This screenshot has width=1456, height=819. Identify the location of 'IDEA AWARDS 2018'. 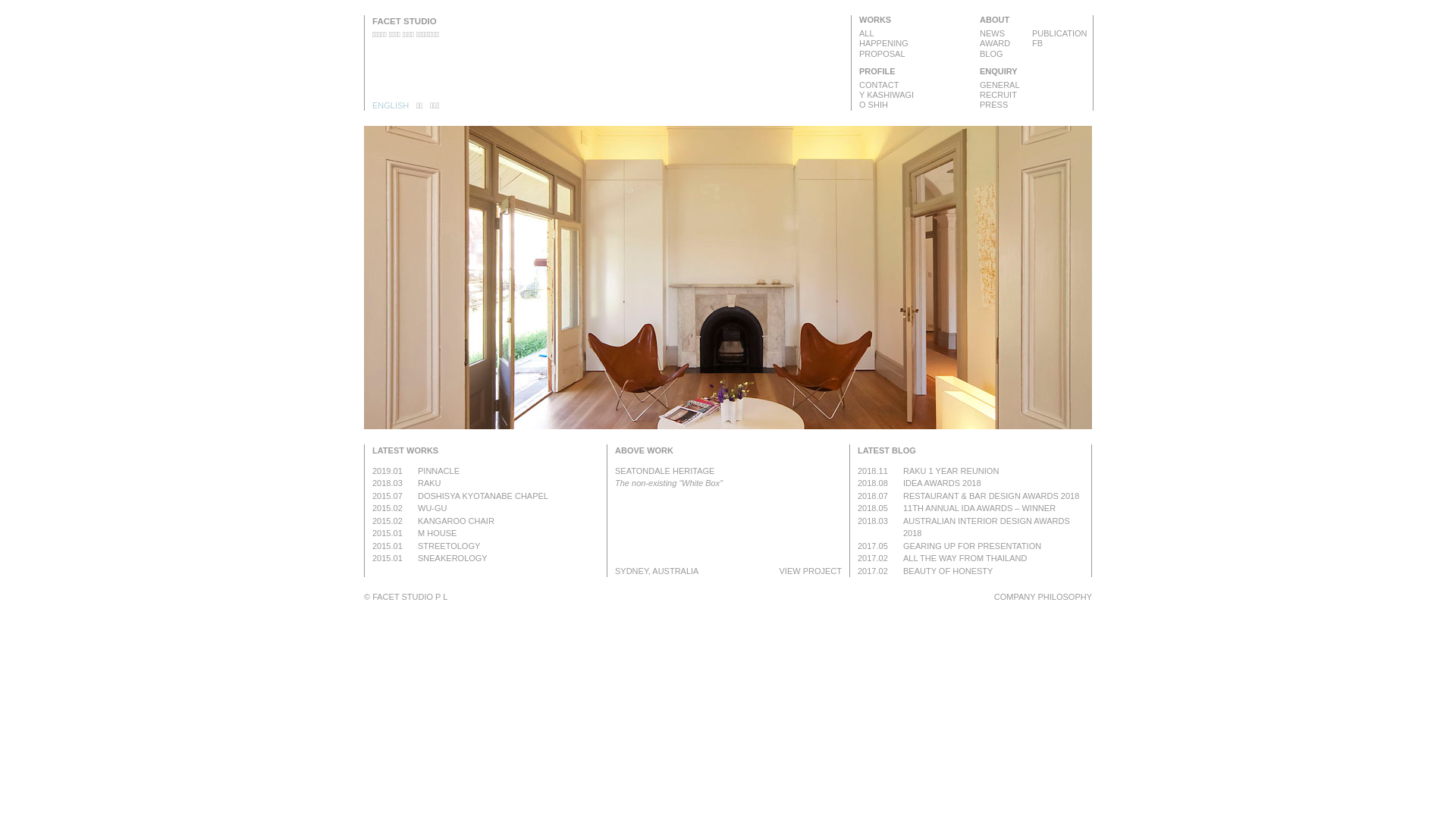
(993, 483).